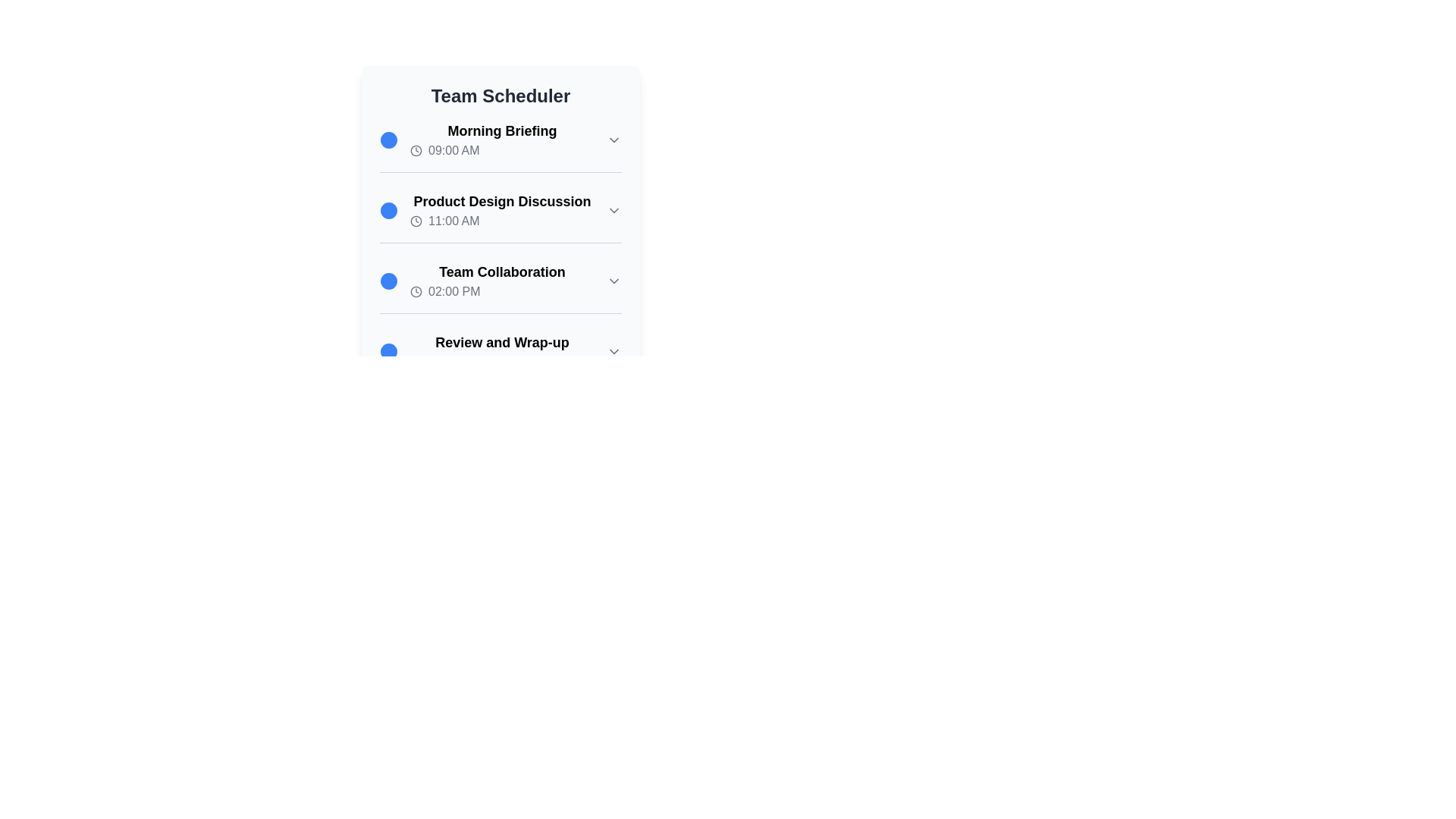 The height and width of the screenshot is (819, 1456). Describe the element at coordinates (502, 281) in the screenshot. I see `the scheduled event list item titled 'Team Collaboration' located under 'Team Scheduler', which is the third item in the list between 'Product Design Discussion' and 'Review and Wrap-up'` at that location.